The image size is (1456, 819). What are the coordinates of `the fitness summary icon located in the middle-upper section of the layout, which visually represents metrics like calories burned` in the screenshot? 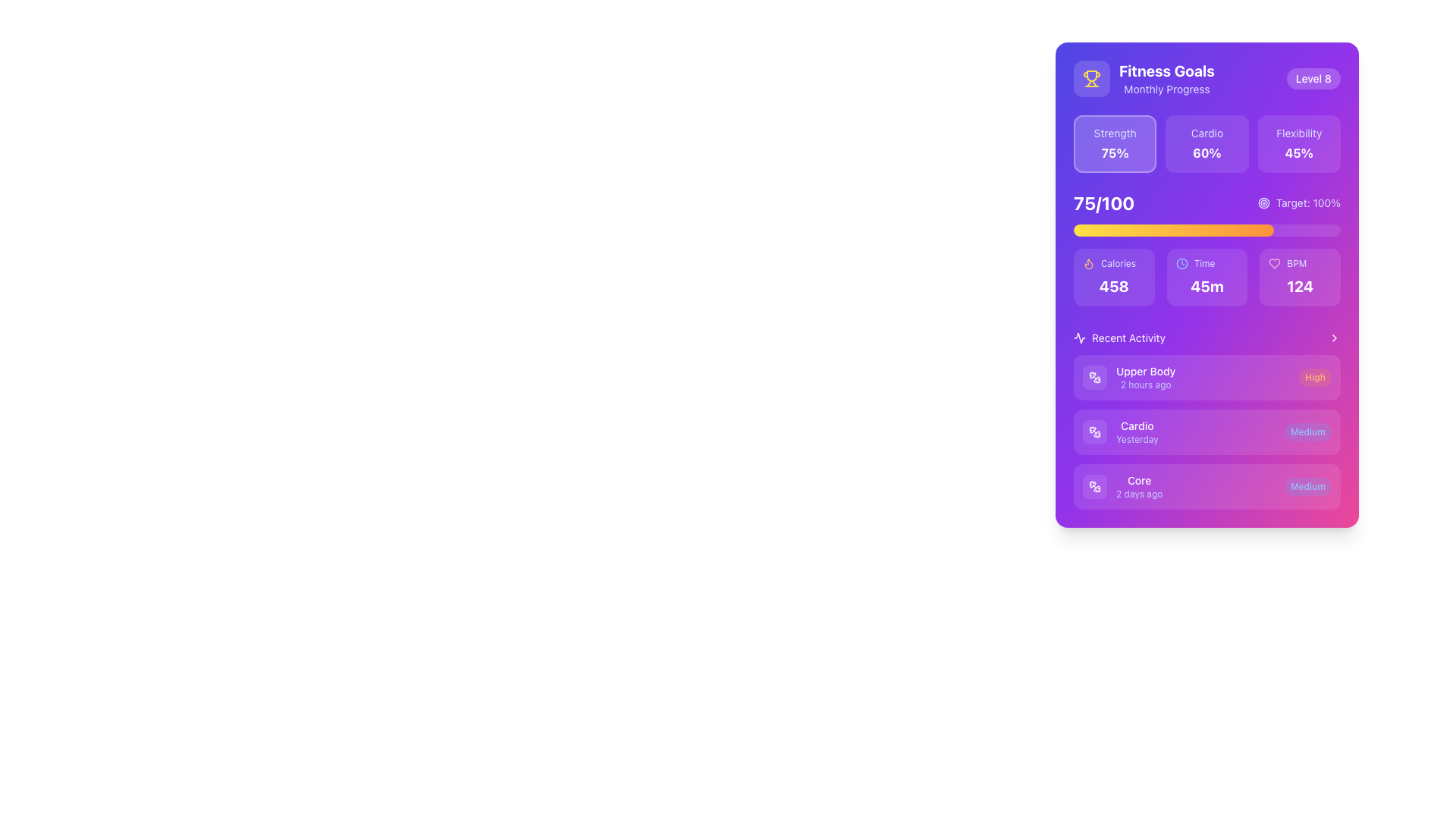 It's located at (1087, 262).